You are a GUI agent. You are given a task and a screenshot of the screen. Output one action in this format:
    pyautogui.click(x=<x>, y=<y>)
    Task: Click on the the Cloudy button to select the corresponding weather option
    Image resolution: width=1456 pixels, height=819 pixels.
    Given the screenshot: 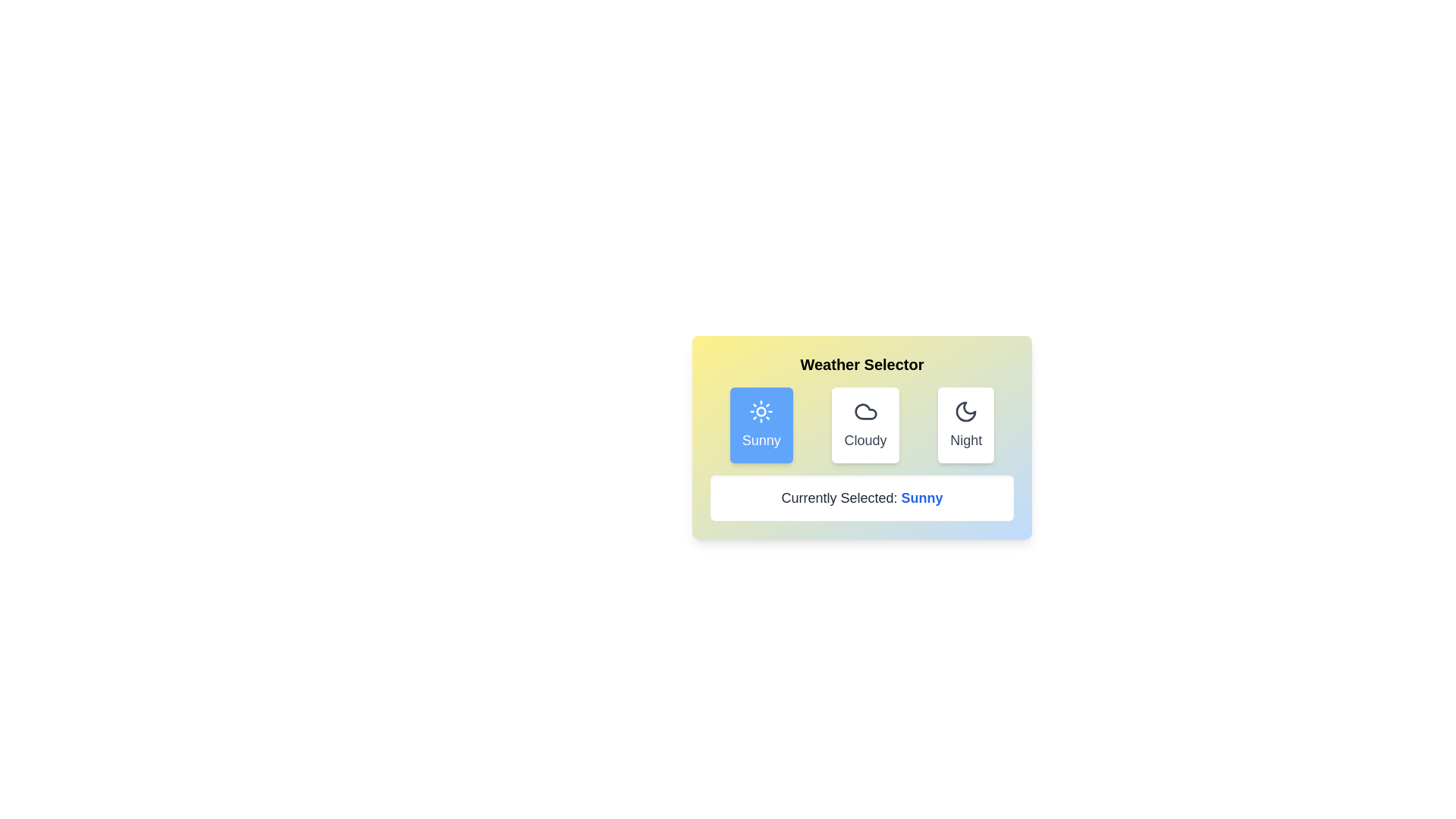 What is the action you would take?
    pyautogui.click(x=865, y=425)
    